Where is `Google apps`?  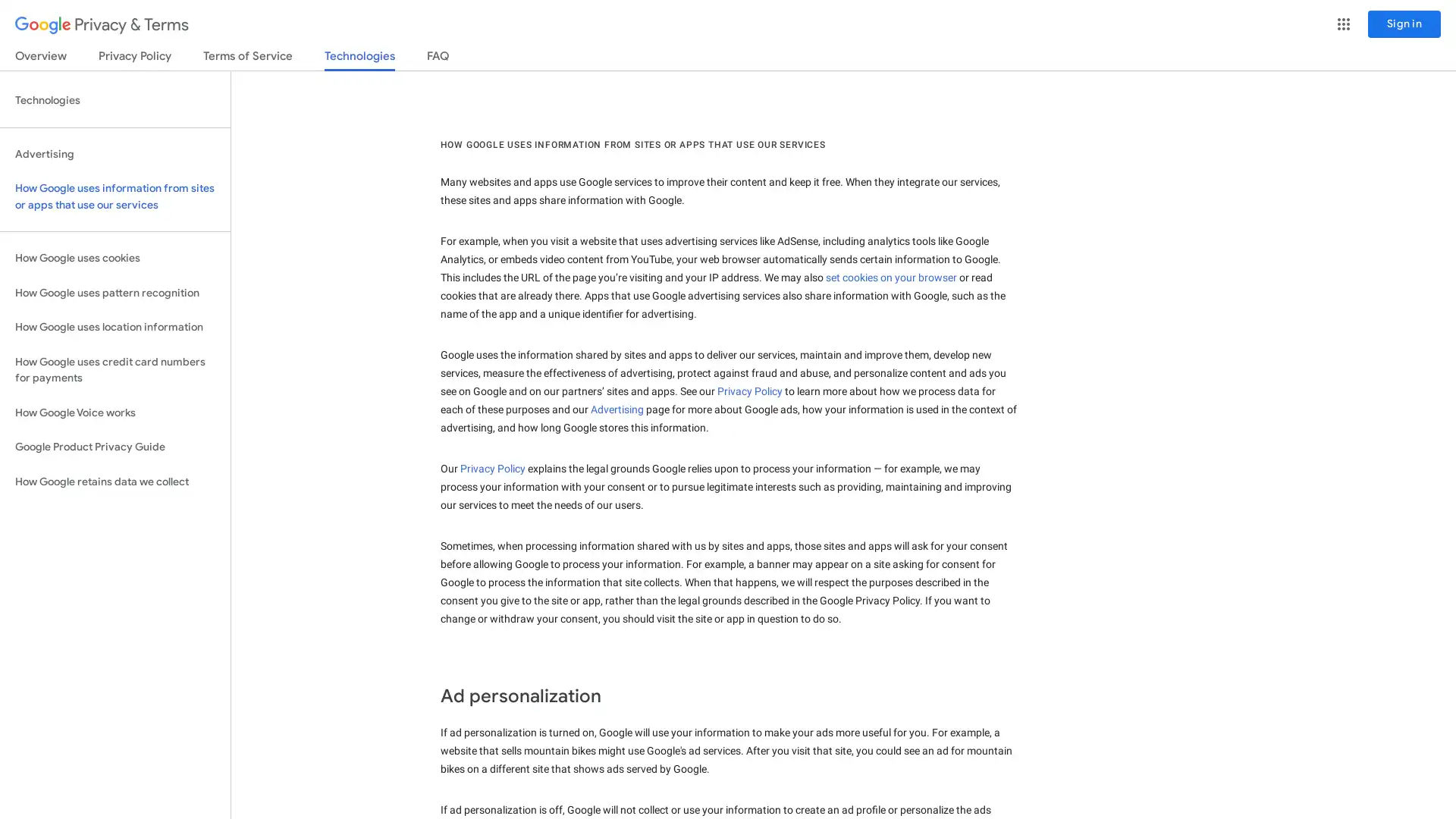 Google apps is located at coordinates (1343, 24).